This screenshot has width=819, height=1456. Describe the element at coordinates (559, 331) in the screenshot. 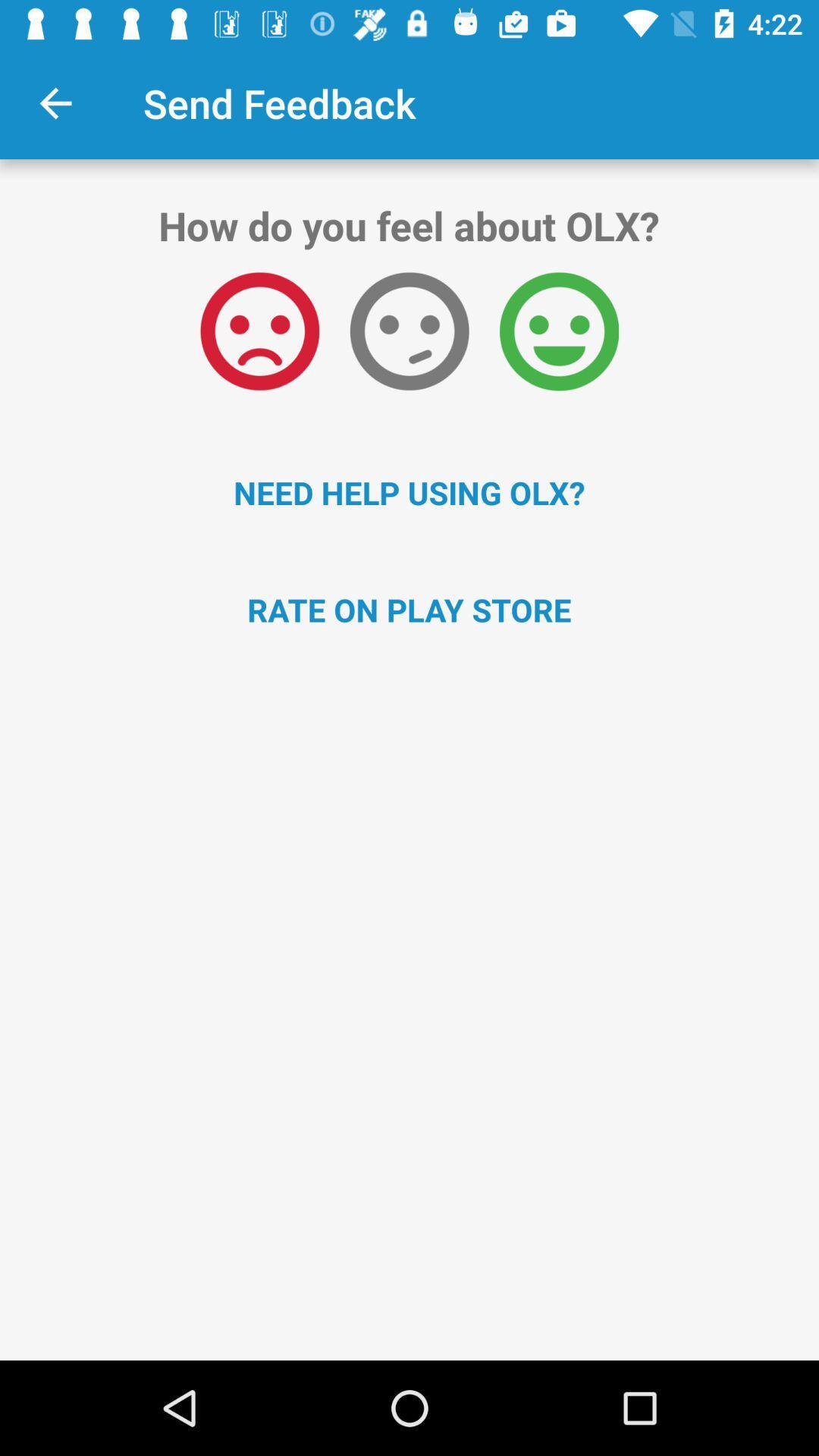

I see `the item below the how do you item` at that location.